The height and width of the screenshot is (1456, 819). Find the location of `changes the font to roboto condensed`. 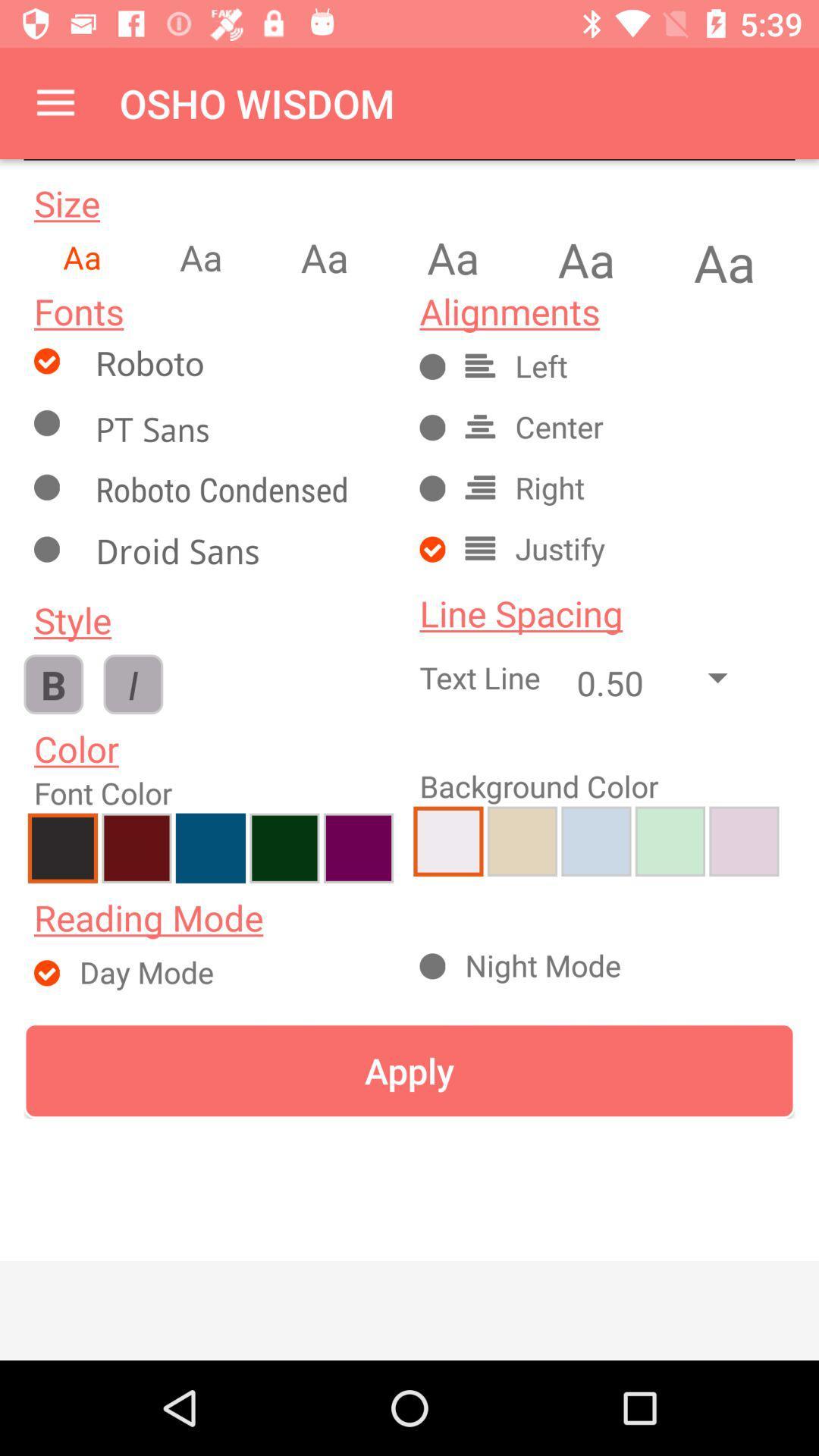

changes the font to roboto condensed is located at coordinates (239, 492).